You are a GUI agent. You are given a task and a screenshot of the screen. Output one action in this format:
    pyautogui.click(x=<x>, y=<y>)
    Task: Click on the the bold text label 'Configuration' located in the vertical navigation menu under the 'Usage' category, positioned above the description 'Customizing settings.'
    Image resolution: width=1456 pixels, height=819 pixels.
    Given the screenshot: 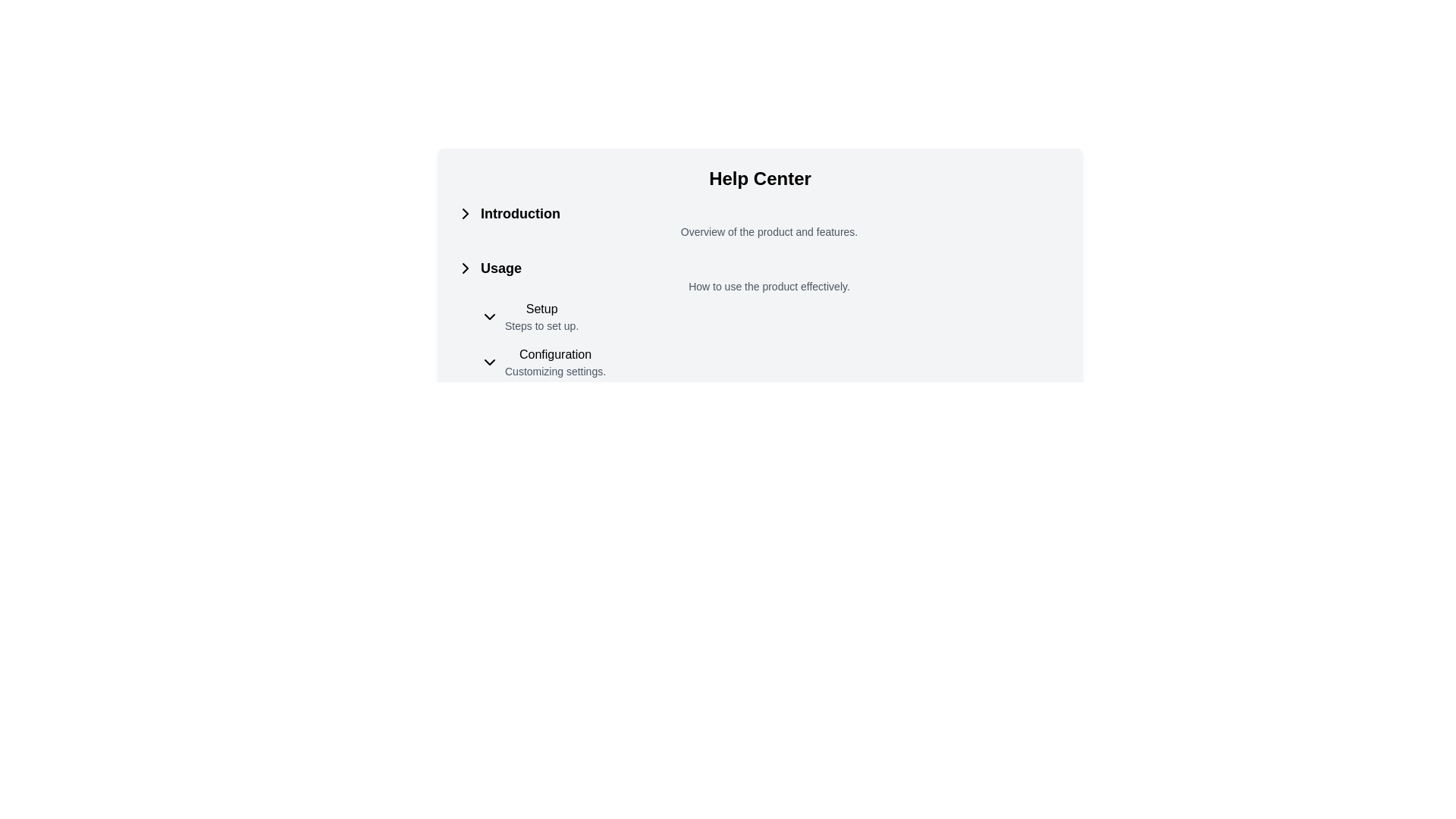 What is the action you would take?
    pyautogui.click(x=554, y=354)
    